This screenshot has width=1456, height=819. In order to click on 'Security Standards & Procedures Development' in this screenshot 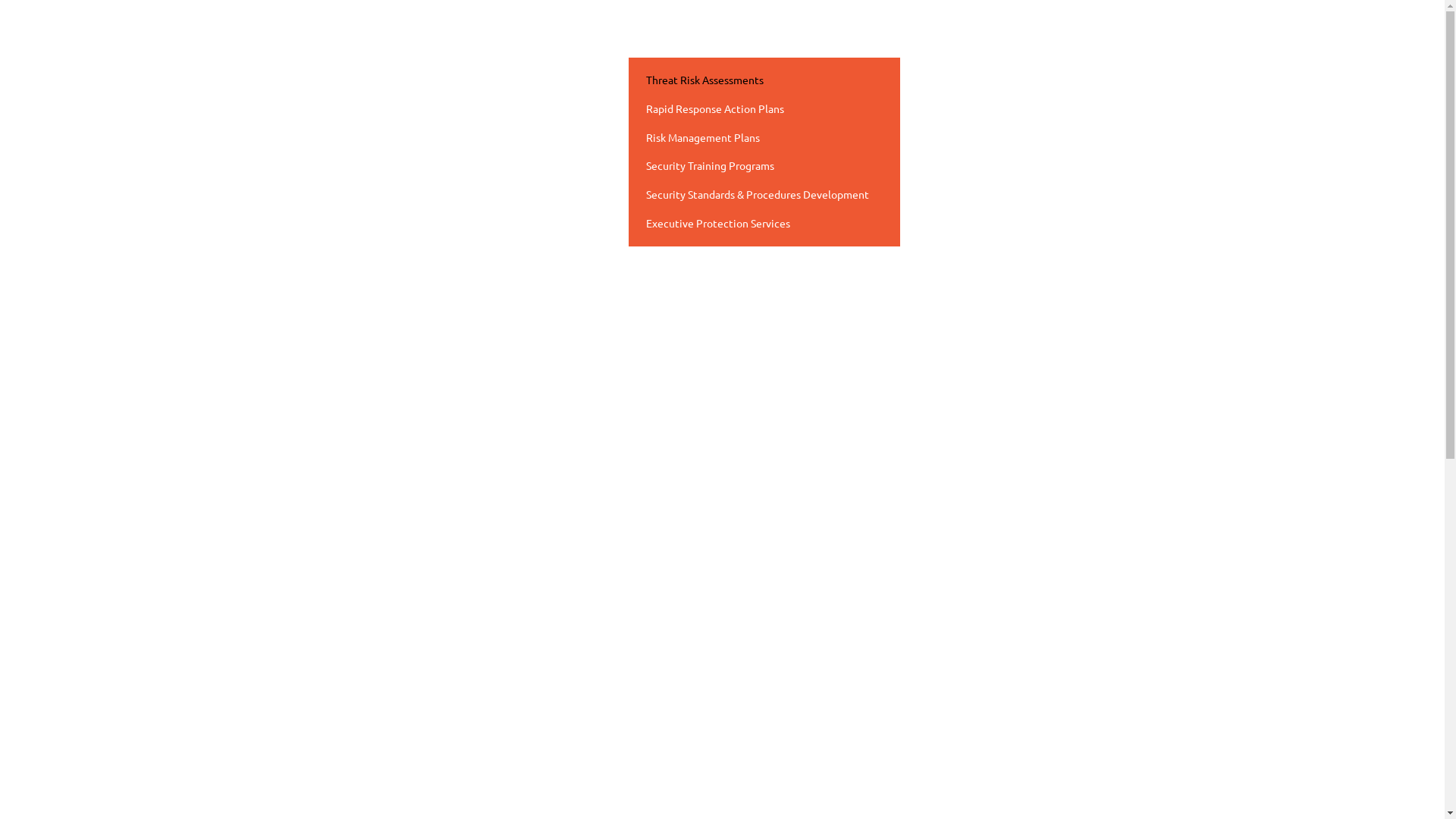, I will do `click(764, 194)`.